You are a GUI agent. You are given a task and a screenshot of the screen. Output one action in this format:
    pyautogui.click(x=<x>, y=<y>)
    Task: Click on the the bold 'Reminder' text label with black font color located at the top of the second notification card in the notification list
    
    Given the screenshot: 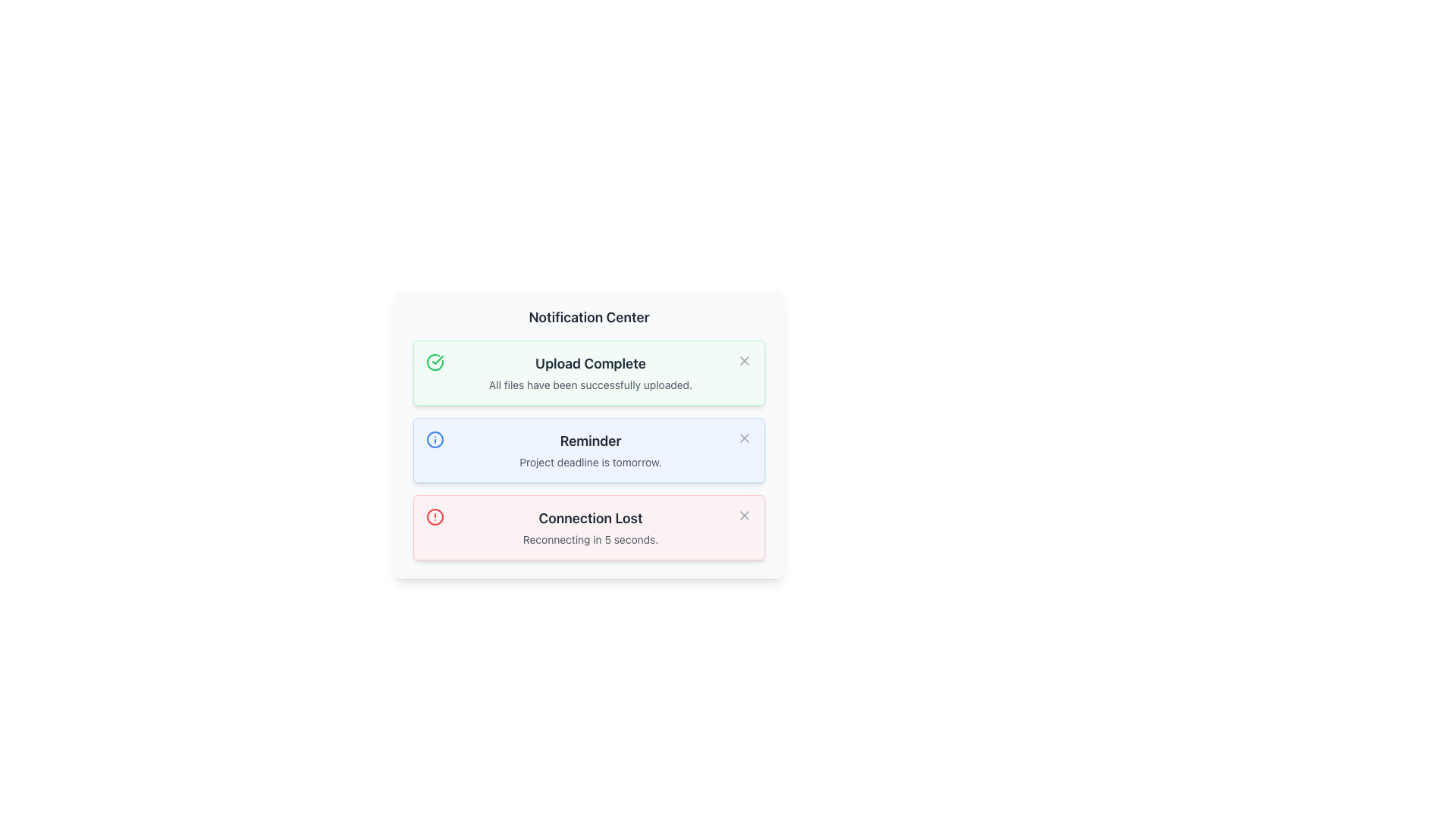 What is the action you would take?
    pyautogui.click(x=589, y=441)
    